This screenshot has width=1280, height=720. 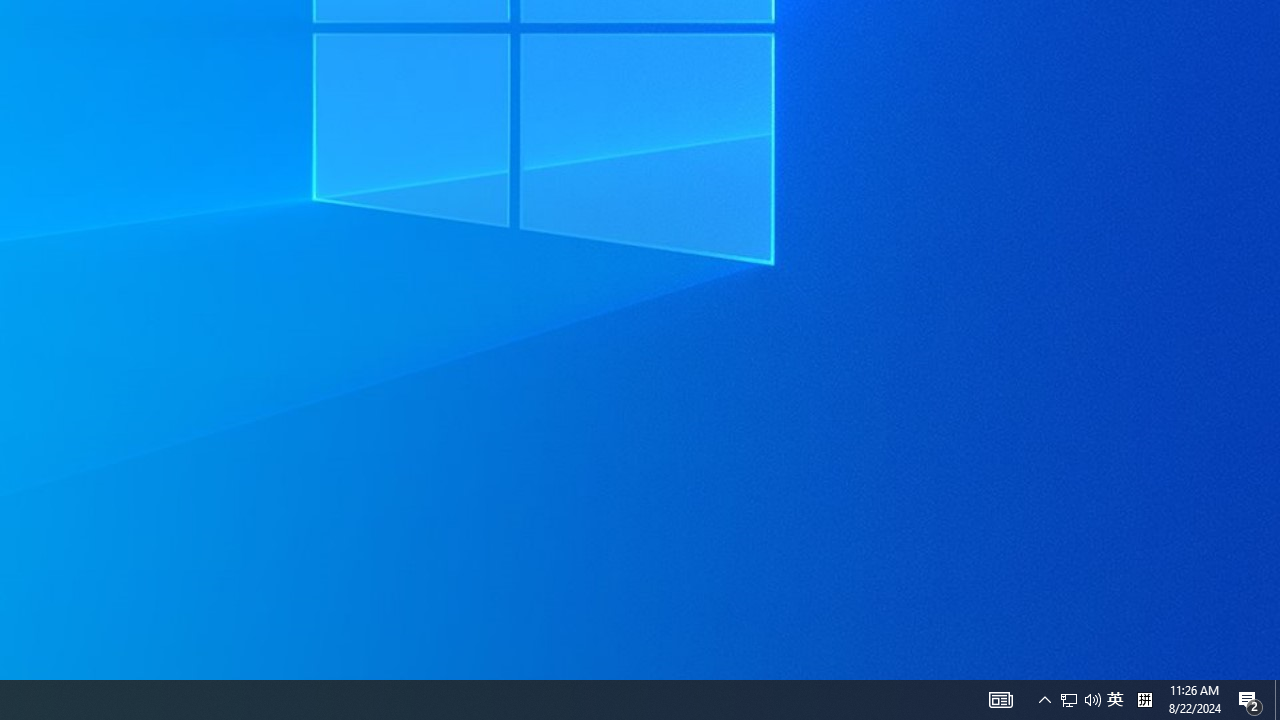 I want to click on 'AutomationID: 4105', so click(x=1000, y=698).